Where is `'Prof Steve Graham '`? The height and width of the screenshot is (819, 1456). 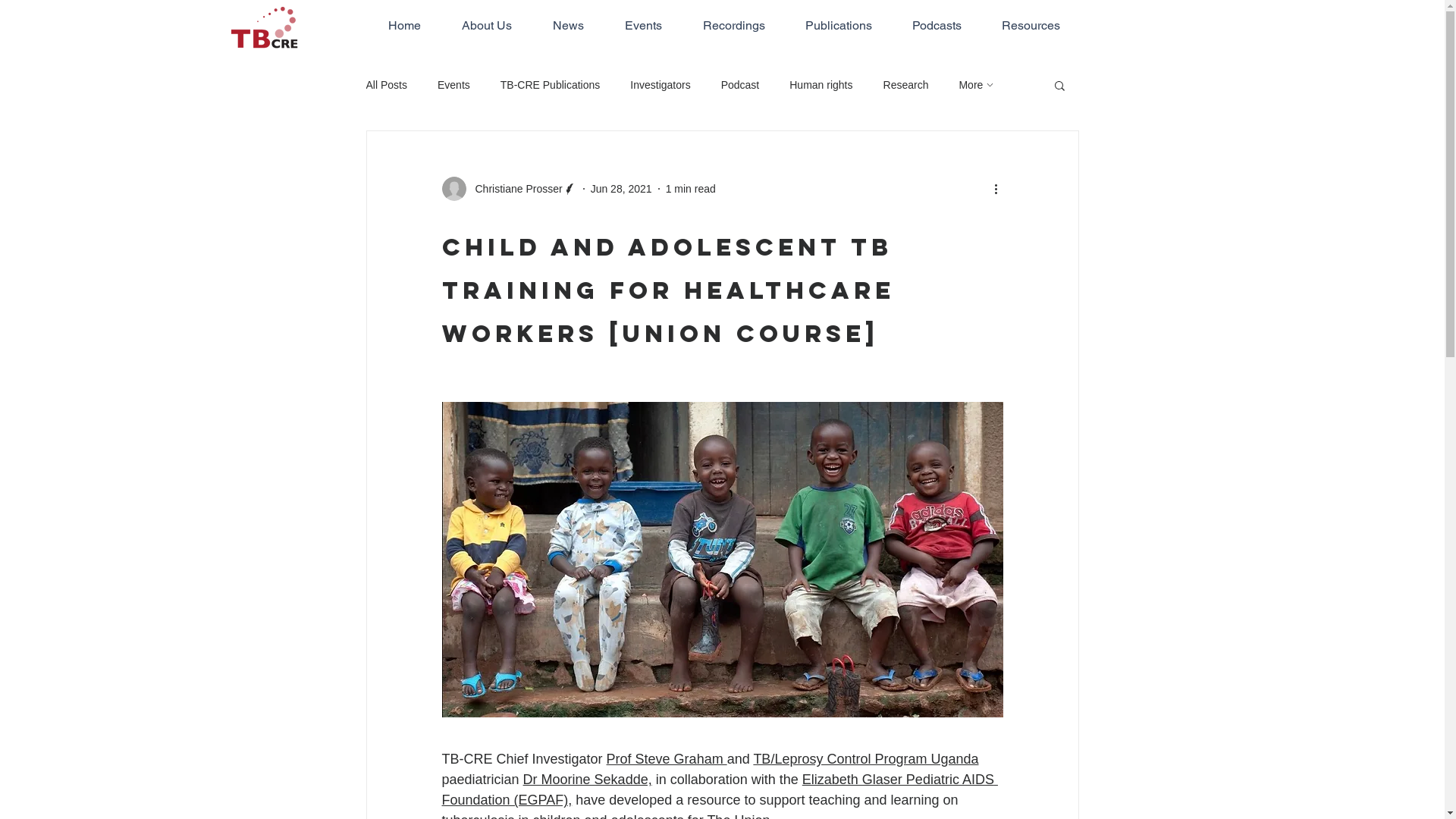 'Prof Steve Graham ' is located at coordinates (607, 759).